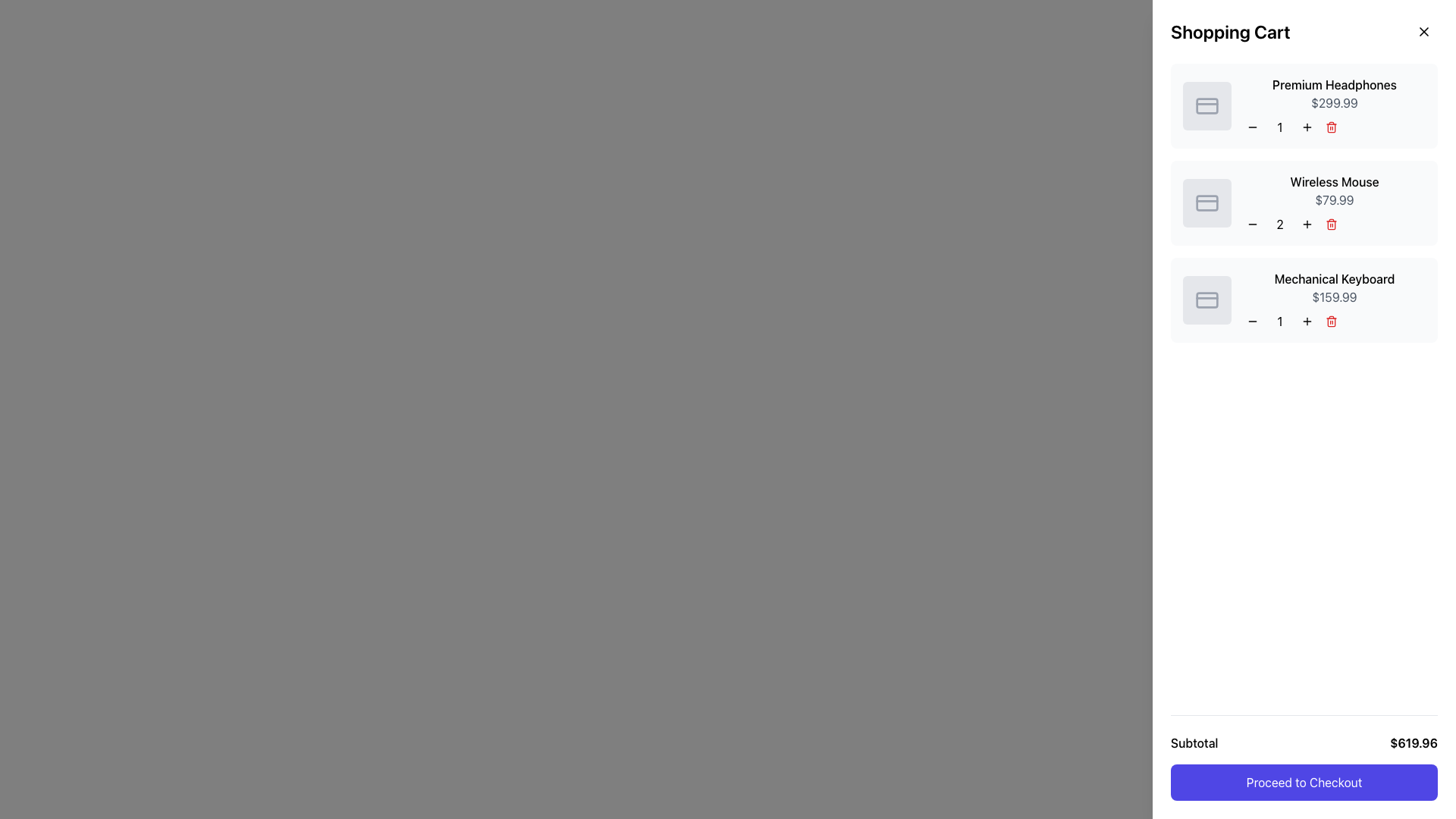 The width and height of the screenshot is (1456, 819). What do you see at coordinates (1252, 224) in the screenshot?
I see `the decrease quantity button for the 'Wireless Mouse' item in the shopping cart` at bounding box center [1252, 224].